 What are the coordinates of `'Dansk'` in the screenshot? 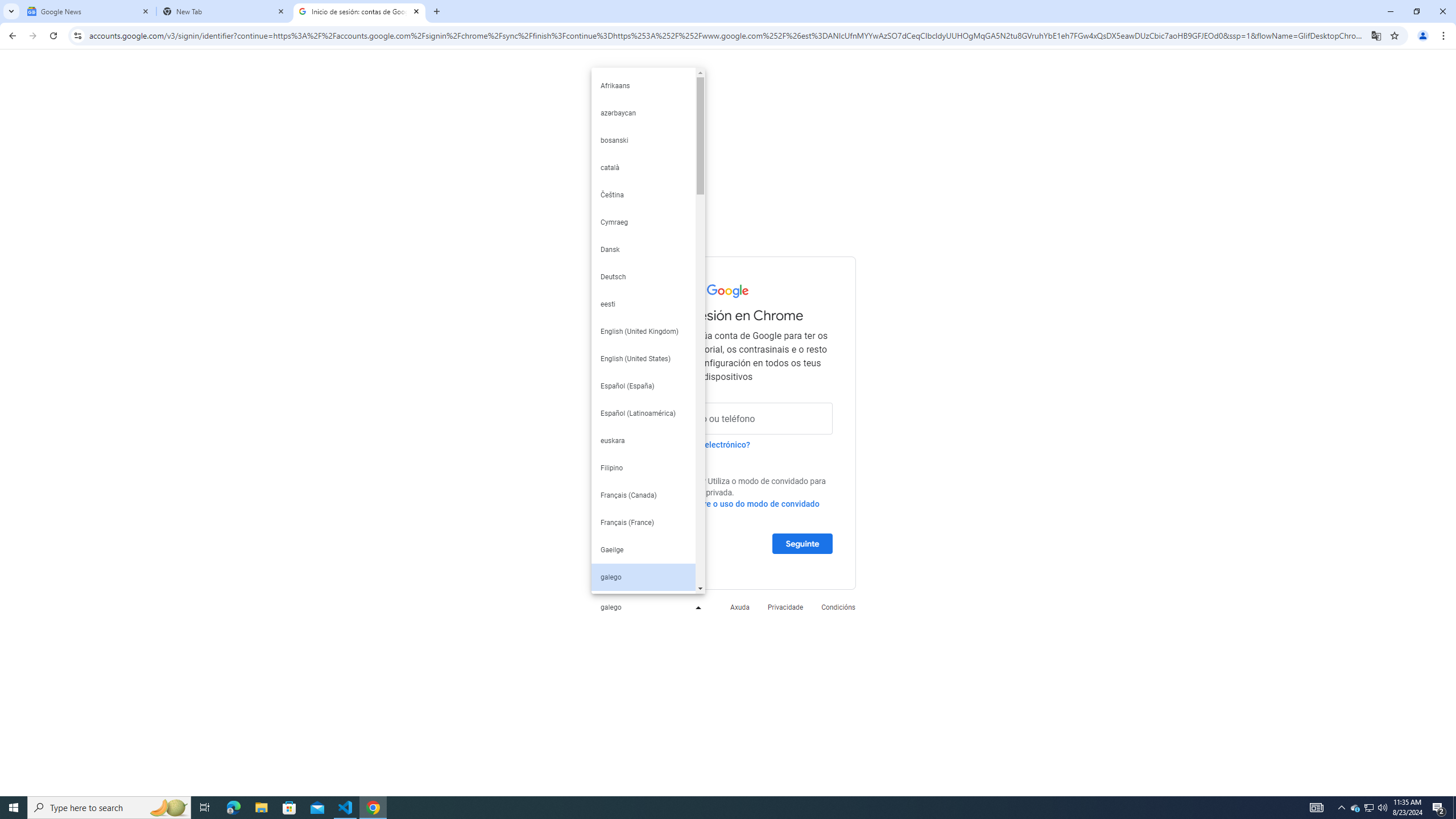 It's located at (643, 249).